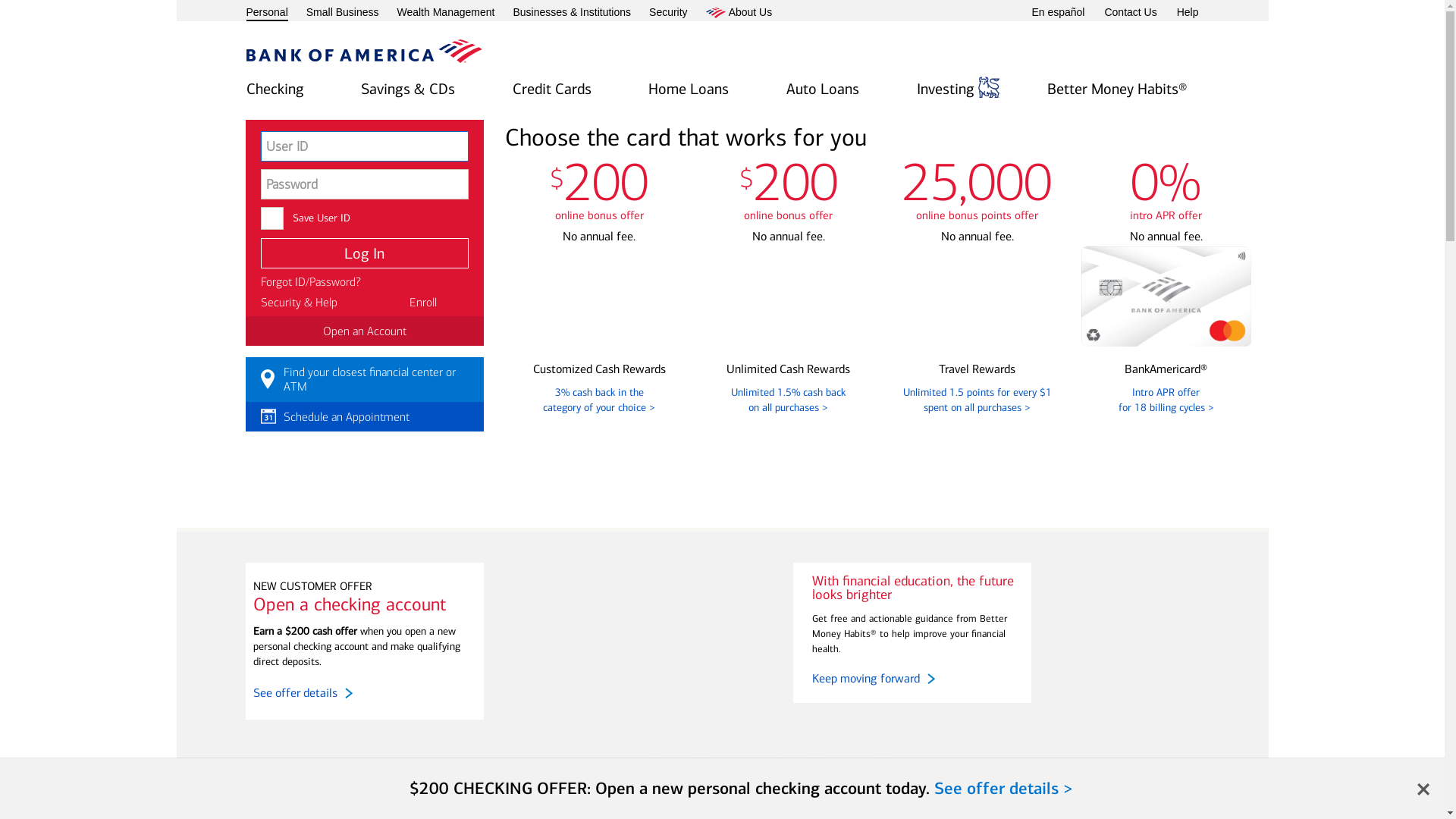 The height and width of the screenshot is (819, 1456). Describe the element at coordinates (916, 90) in the screenshot. I see `'Open` at that location.